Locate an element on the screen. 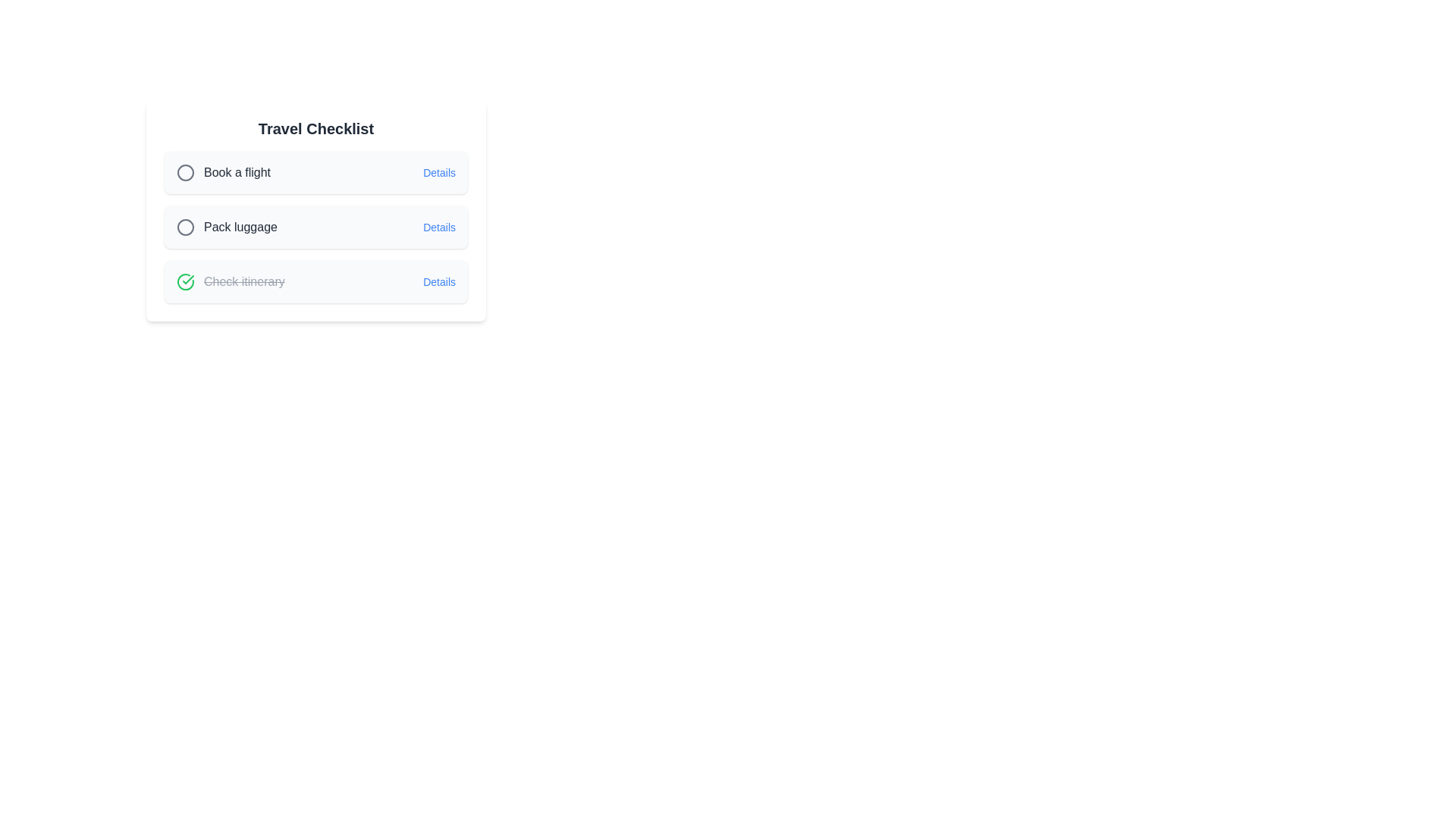  the second checklist item labeled 'Pack luggage' in the travel checklist interface is located at coordinates (315, 227).